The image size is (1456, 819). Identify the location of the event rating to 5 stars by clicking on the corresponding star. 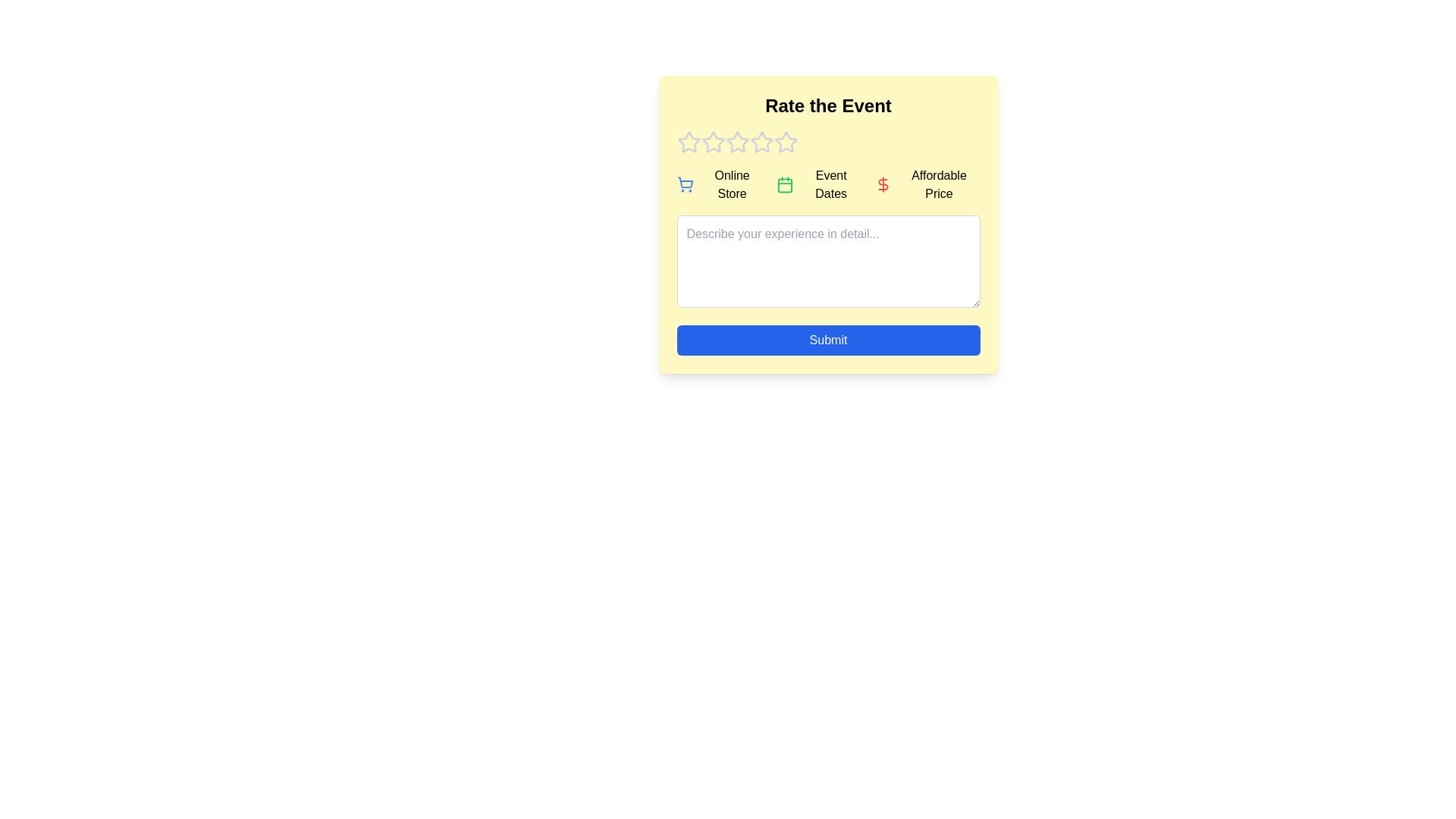
(786, 143).